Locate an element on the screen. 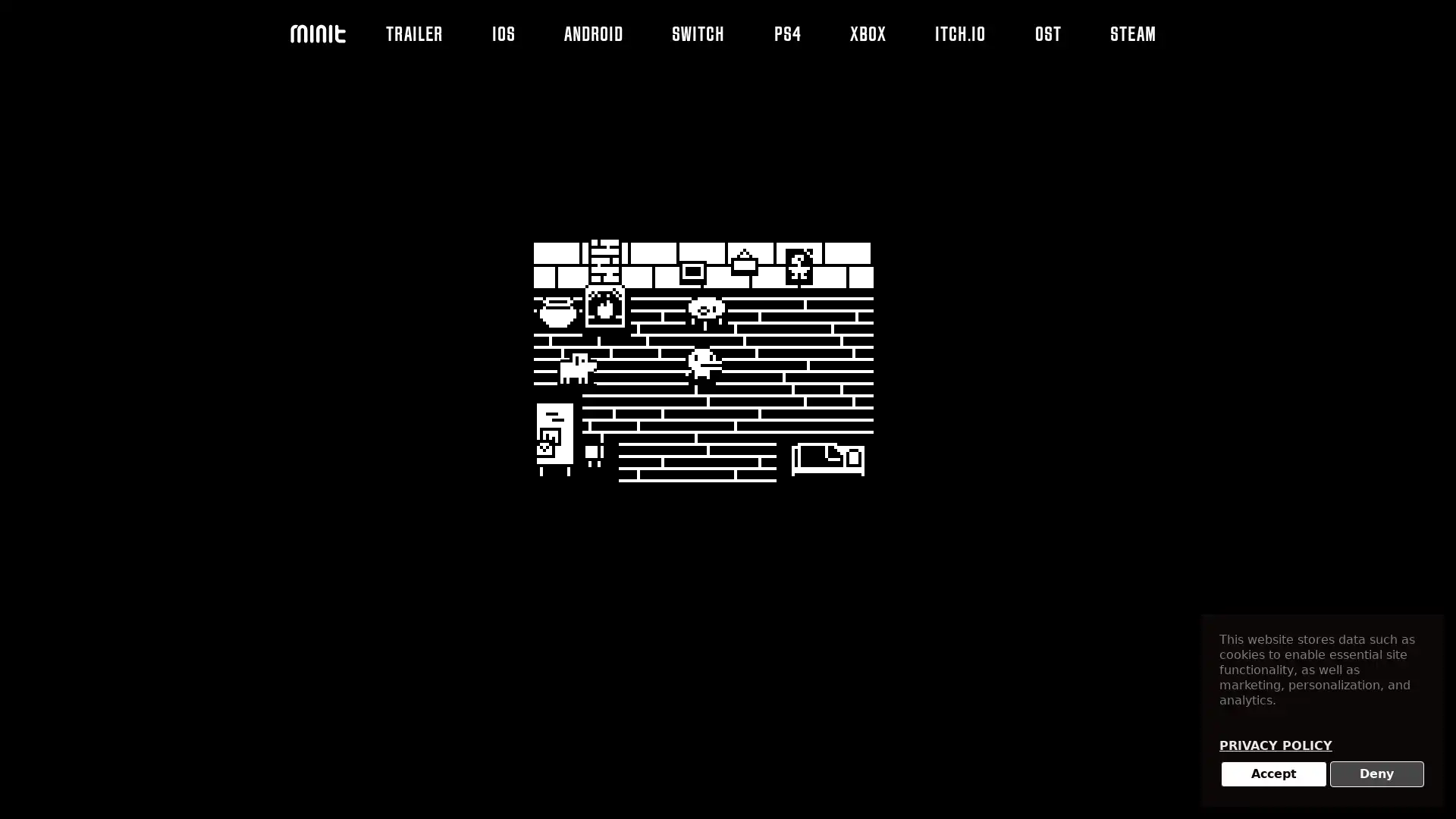  Deny is located at coordinates (1376, 774).